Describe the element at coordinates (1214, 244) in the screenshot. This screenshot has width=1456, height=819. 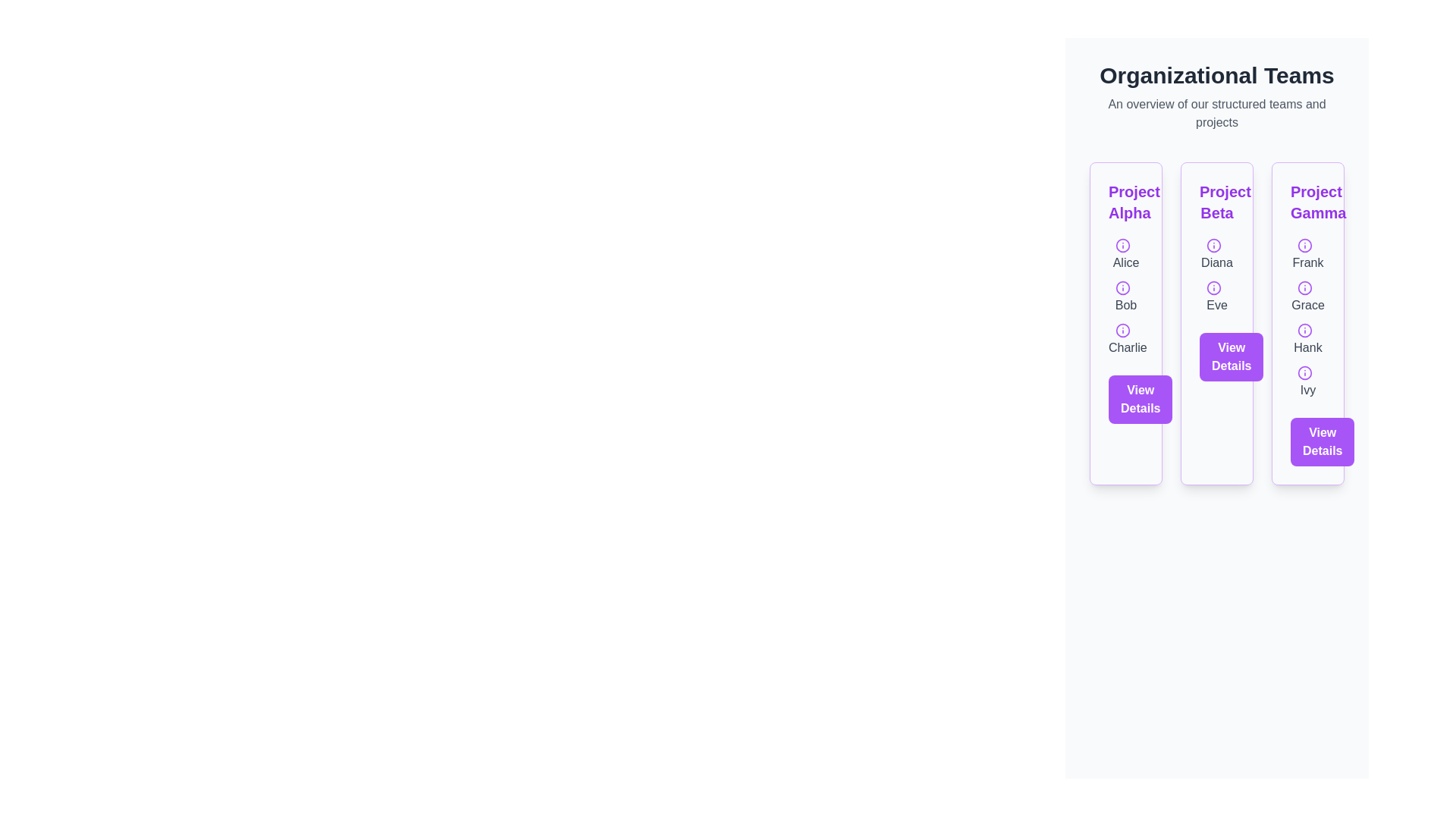
I see `the information icon with a purple circular outline and a lowercase 'i' in the center, located in the second column titled 'Project Beta'` at that location.